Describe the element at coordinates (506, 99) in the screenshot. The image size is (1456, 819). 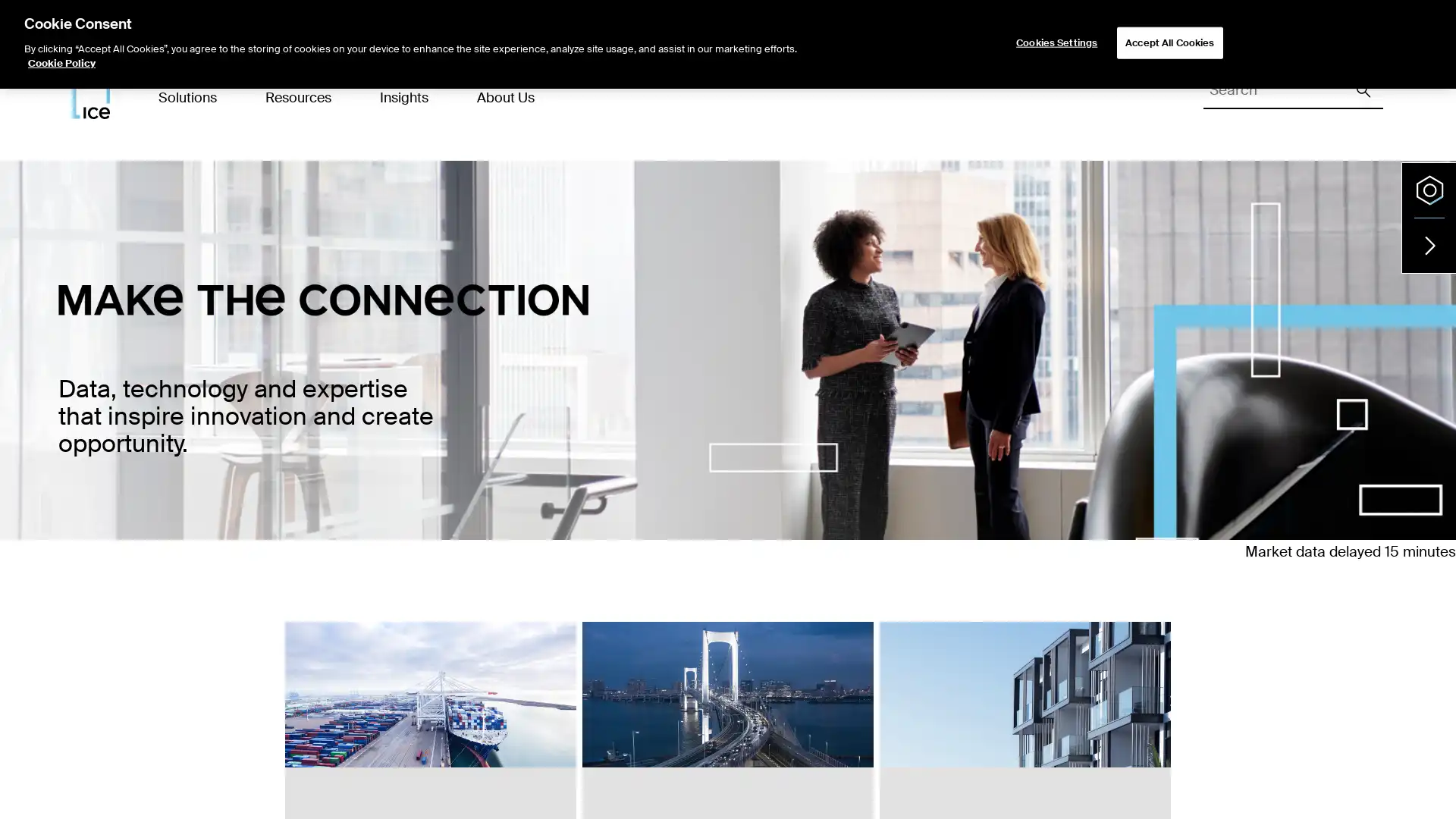
I see `About Us` at that location.